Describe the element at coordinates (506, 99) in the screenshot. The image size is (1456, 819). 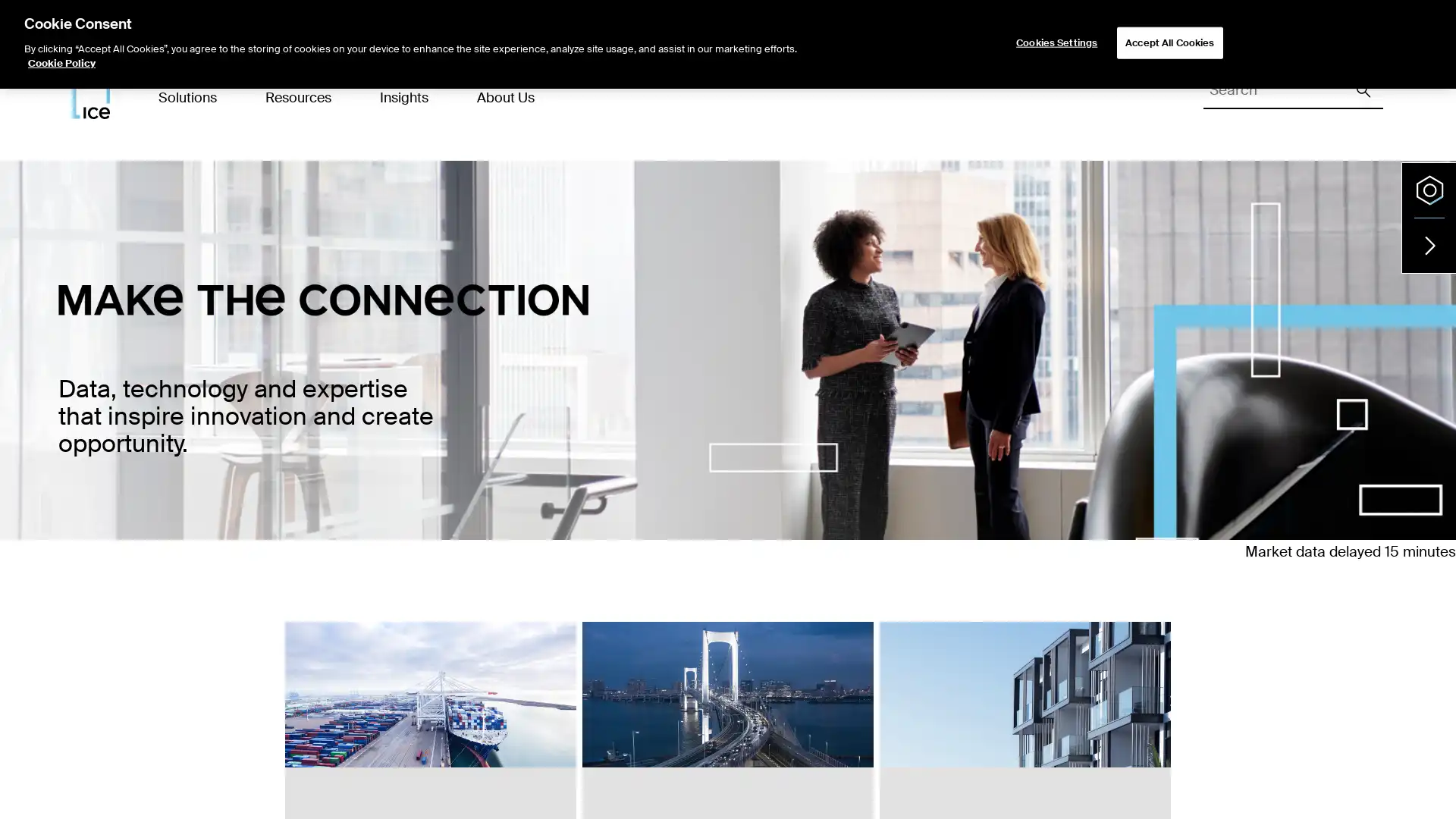
I see `About Us` at that location.